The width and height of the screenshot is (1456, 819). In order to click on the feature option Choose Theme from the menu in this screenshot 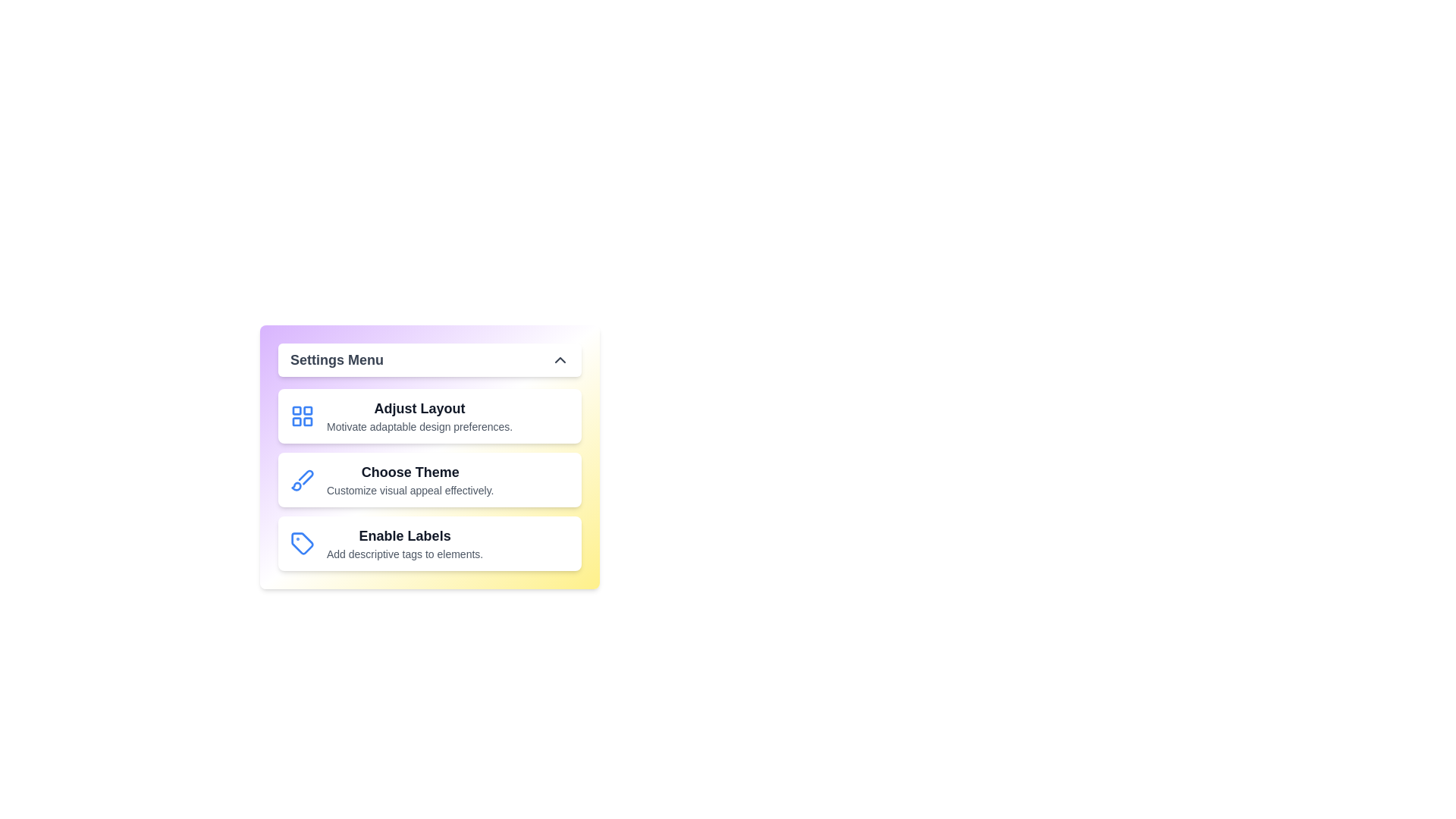, I will do `click(428, 479)`.